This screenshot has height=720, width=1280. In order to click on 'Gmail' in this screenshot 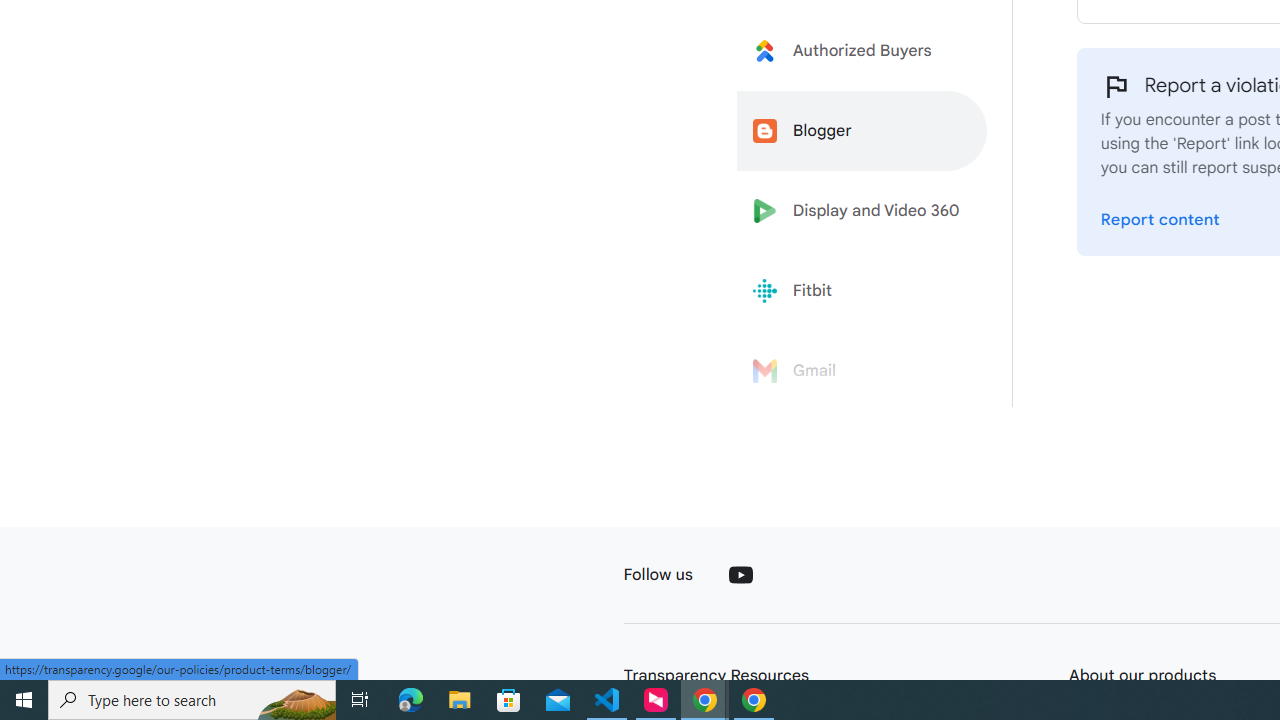, I will do `click(862, 371)`.